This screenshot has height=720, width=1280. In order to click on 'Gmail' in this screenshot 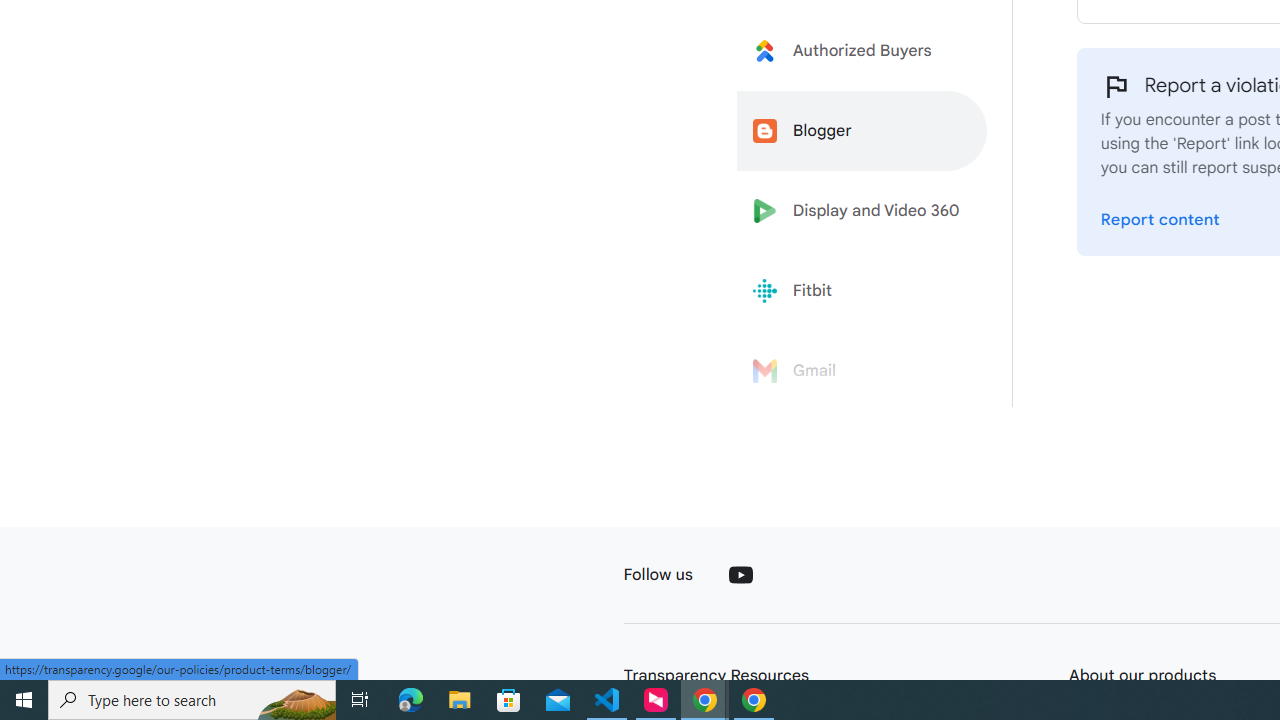, I will do `click(862, 371)`.